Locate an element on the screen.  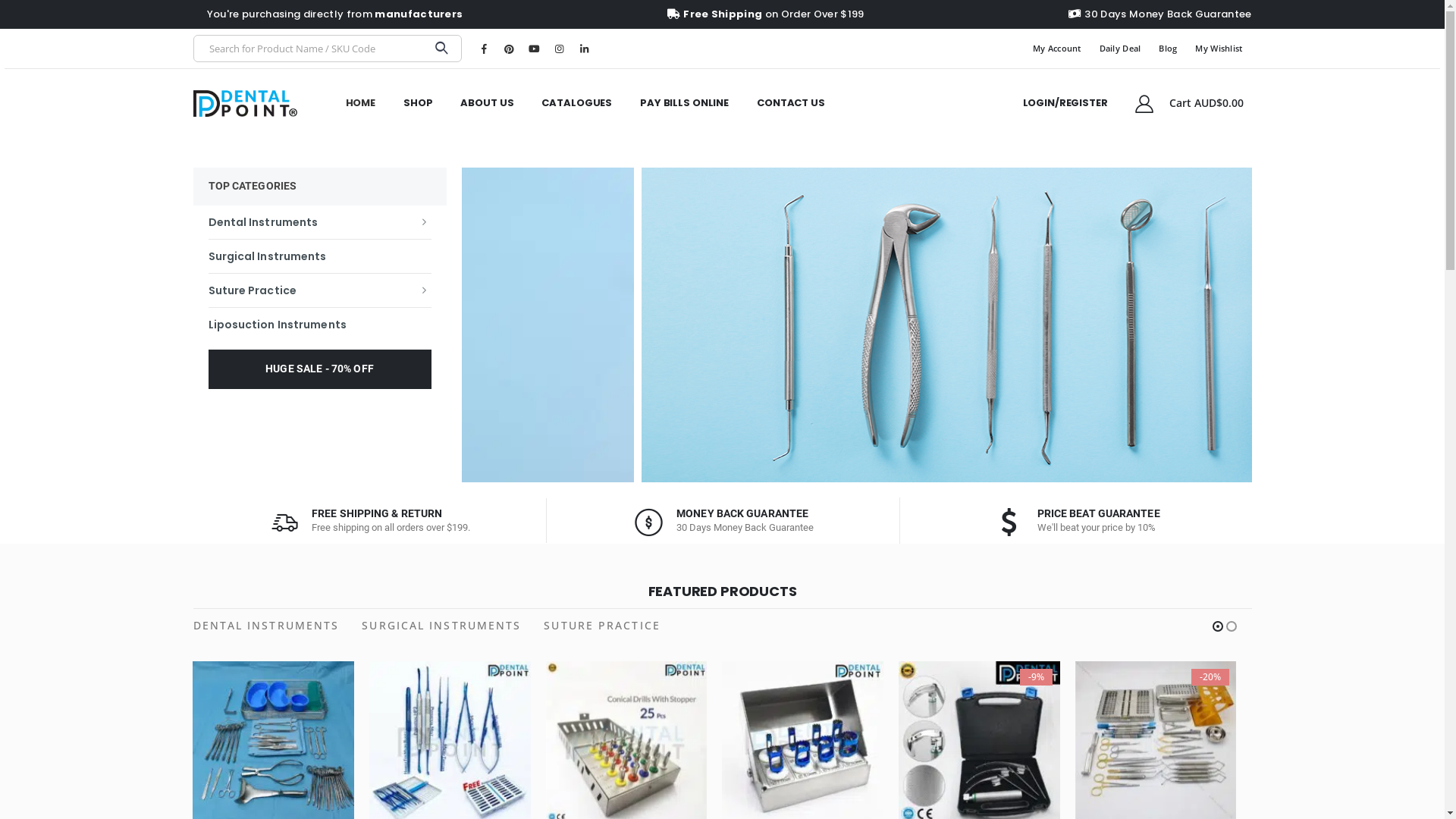
'Pinterest' is located at coordinates (498, 48).